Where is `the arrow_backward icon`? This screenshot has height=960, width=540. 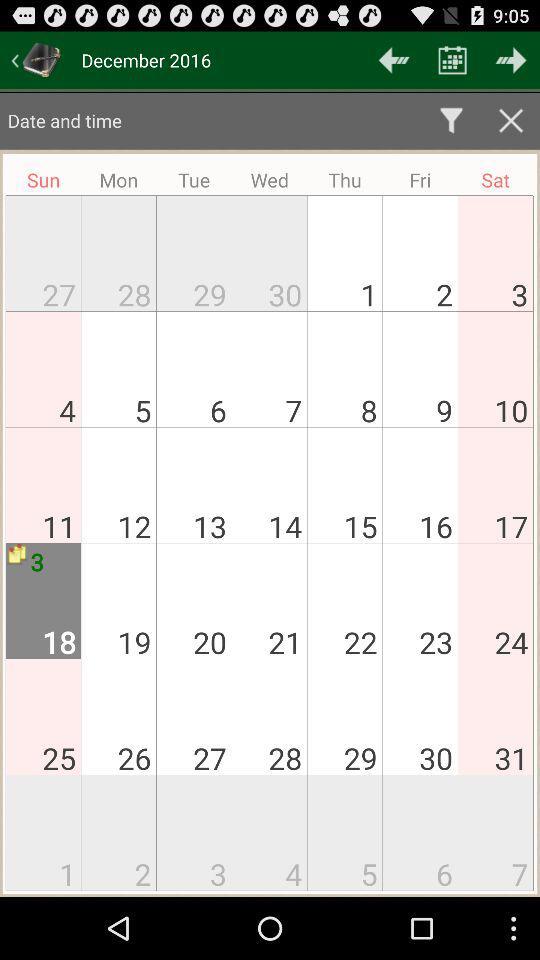
the arrow_backward icon is located at coordinates (394, 64).